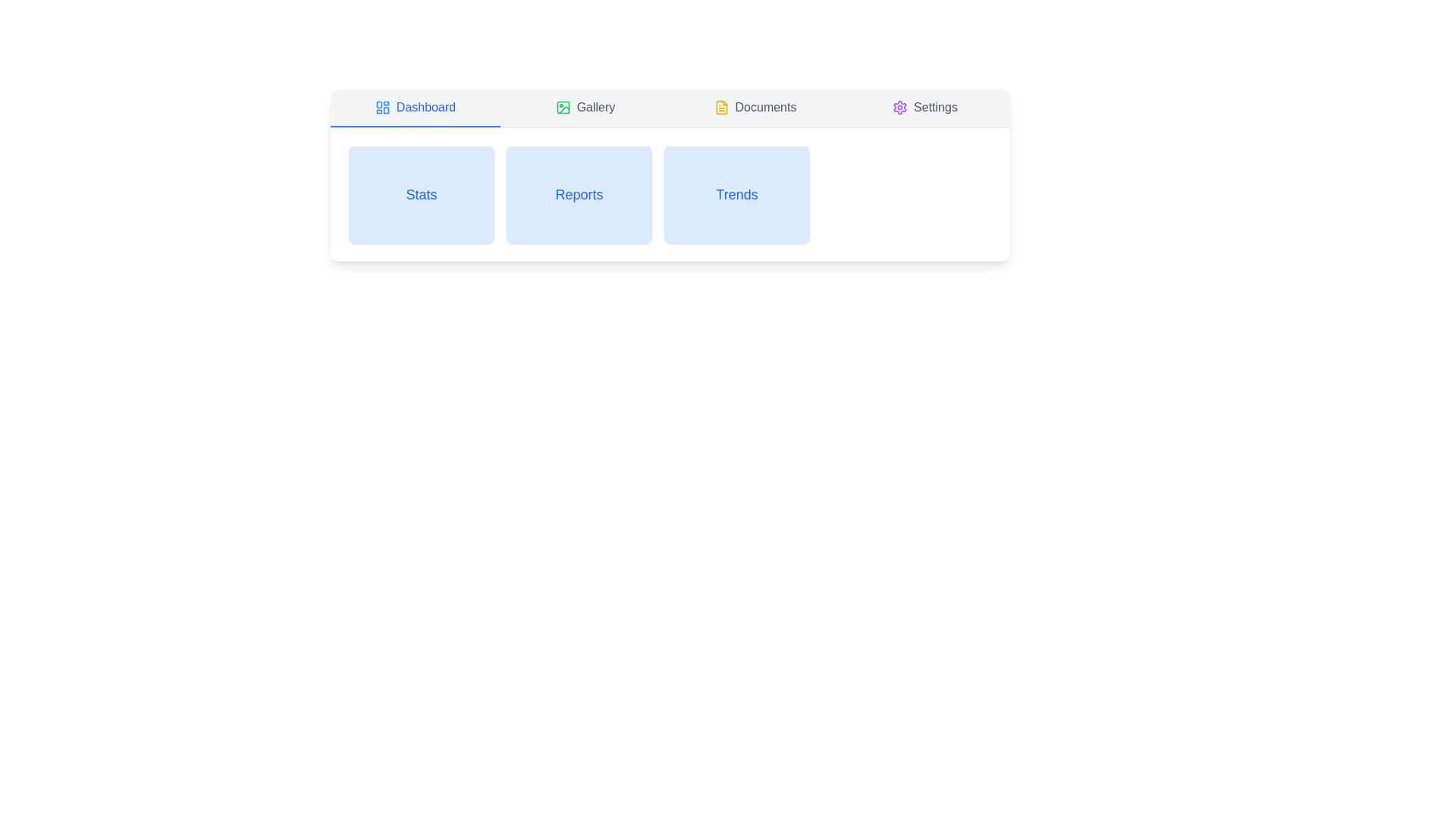 The height and width of the screenshot is (819, 1456). Describe the element at coordinates (595, 107) in the screenshot. I see `the 'Gallery' text label located in the top navigation bar, which is positioned directly to the right of the 'Dashboard' and to the left of the 'Documents' section` at that location.